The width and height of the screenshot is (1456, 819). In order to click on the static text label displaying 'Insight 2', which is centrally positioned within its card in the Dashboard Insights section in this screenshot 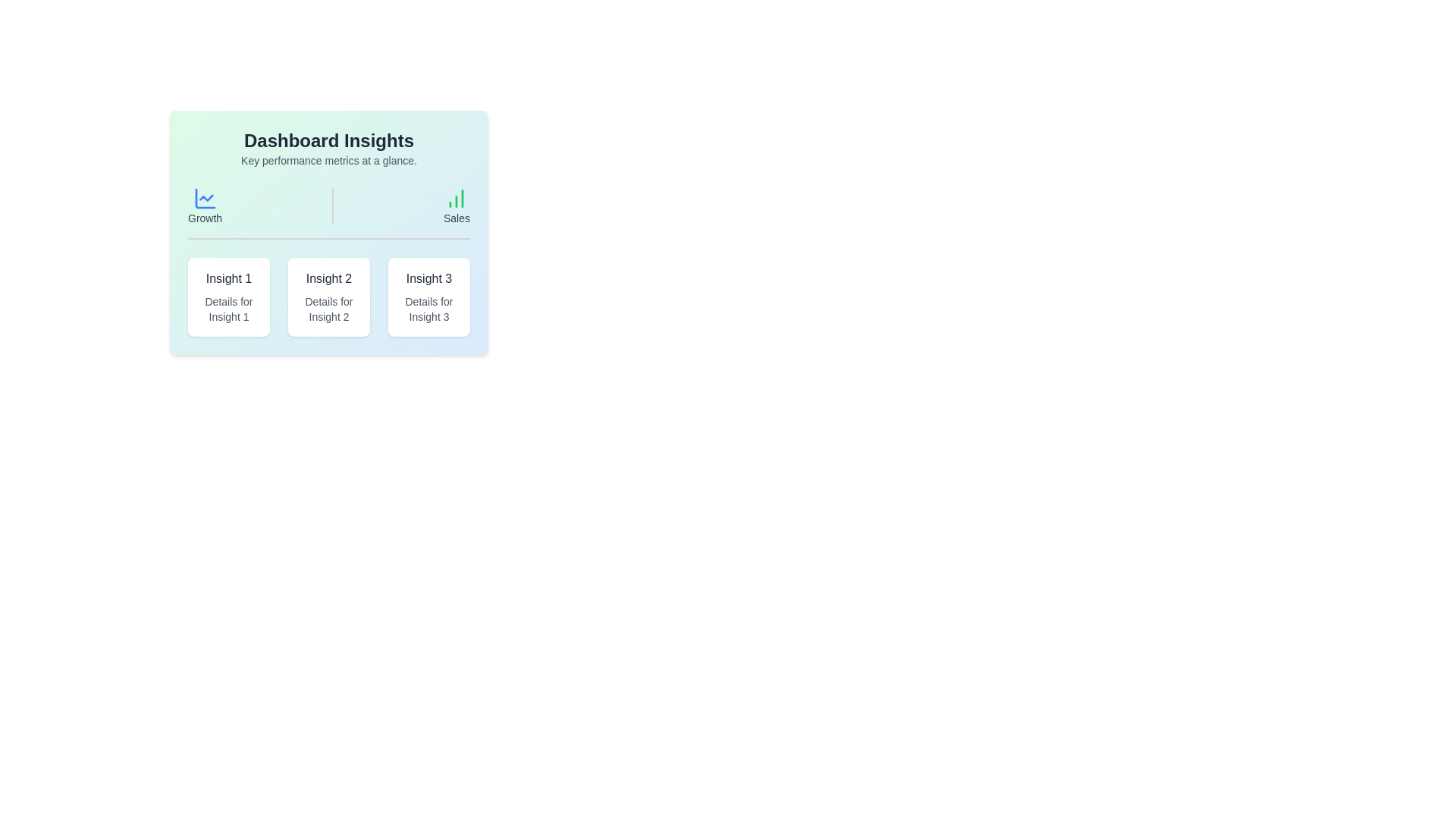, I will do `click(328, 278)`.